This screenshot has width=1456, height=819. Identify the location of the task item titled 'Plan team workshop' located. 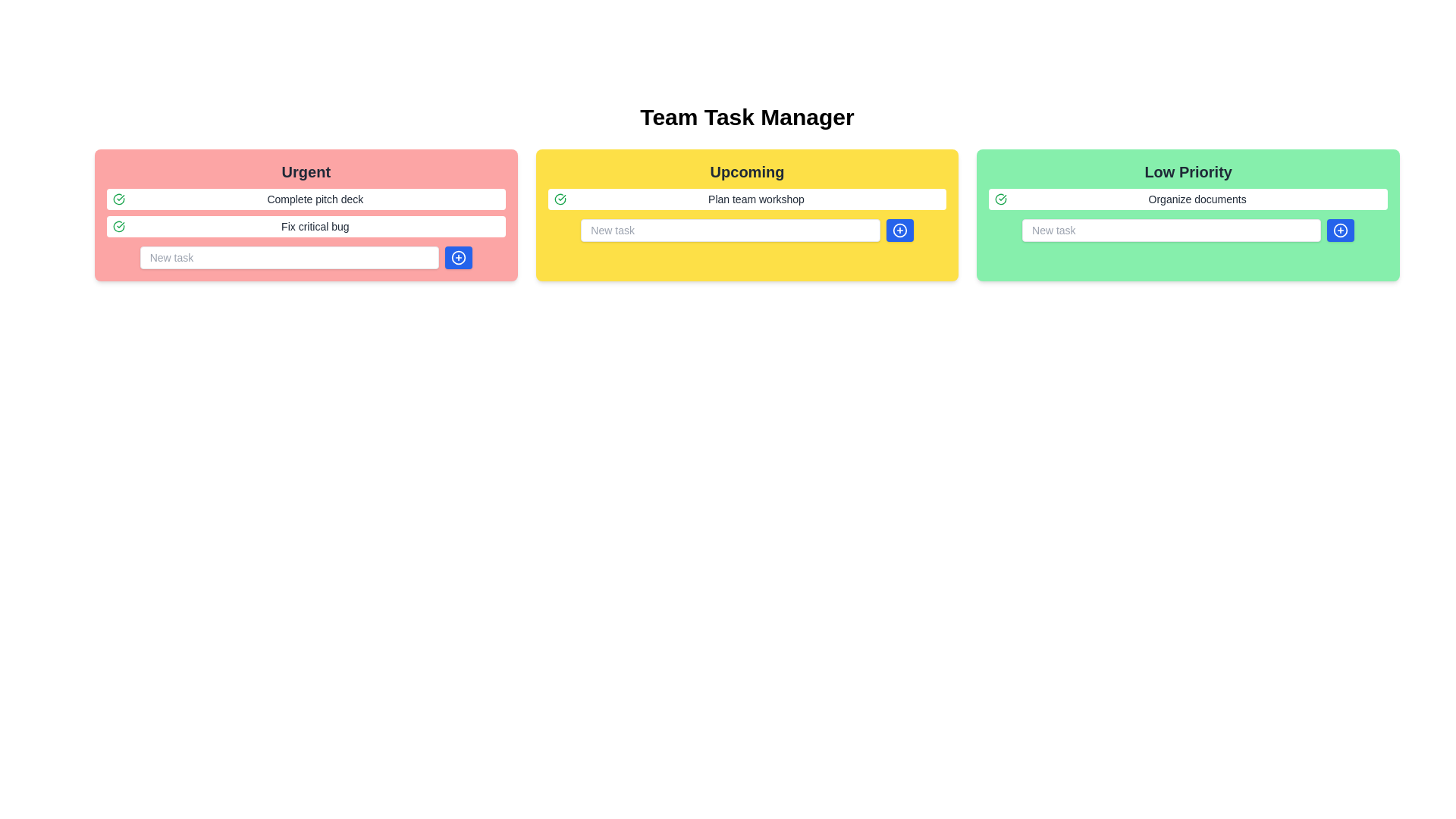
(747, 198).